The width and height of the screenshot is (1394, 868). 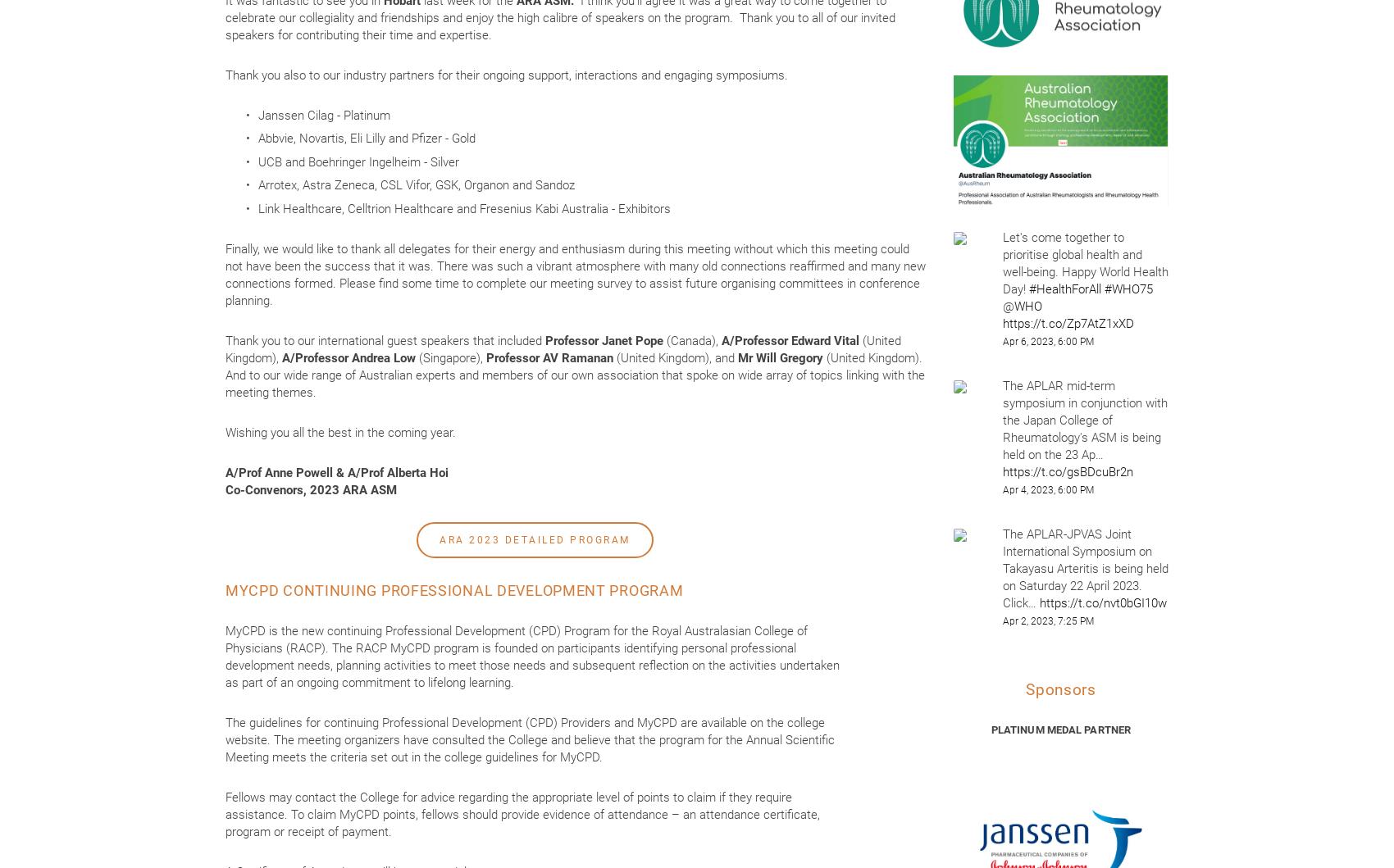 What do you see at coordinates (325, 113) in the screenshot?
I see `'Janssen Cilag - Platinum'` at bounding box center [325, 113].